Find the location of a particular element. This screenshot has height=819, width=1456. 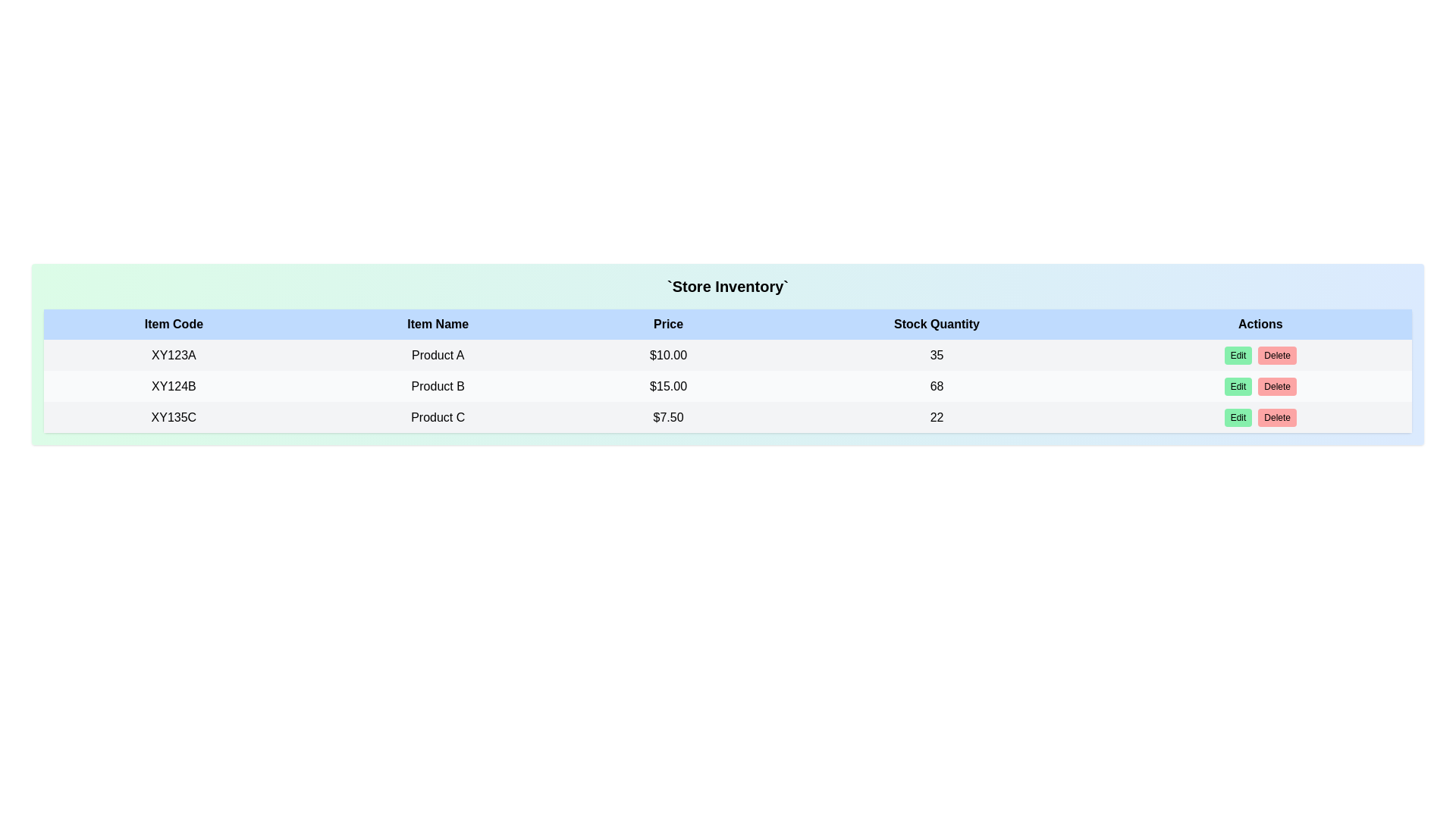

the static text displaying the stock quantity of 'Product B' located in the fourth column of the second row of the table, between the '$15.00' price entry and the 'EditDelete' action controls is located at coordinates (936, 385).